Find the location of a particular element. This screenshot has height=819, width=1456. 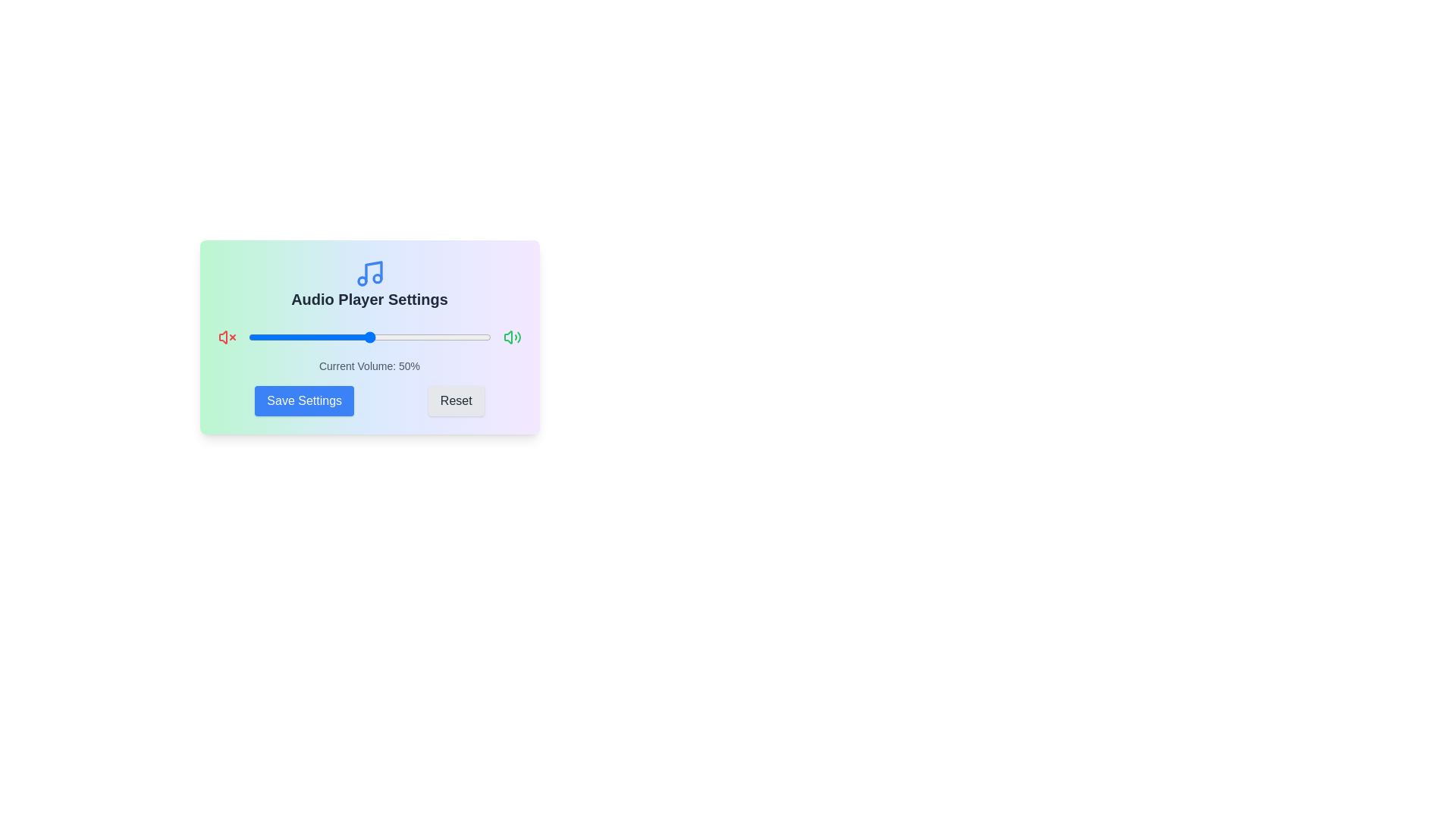

and drag the circular handle of the horizontal volume control slider, which is centrally placed between a red muted speaker icon and a green loud speaker icon, to adjust the volume is located at coordinates (369, 336).